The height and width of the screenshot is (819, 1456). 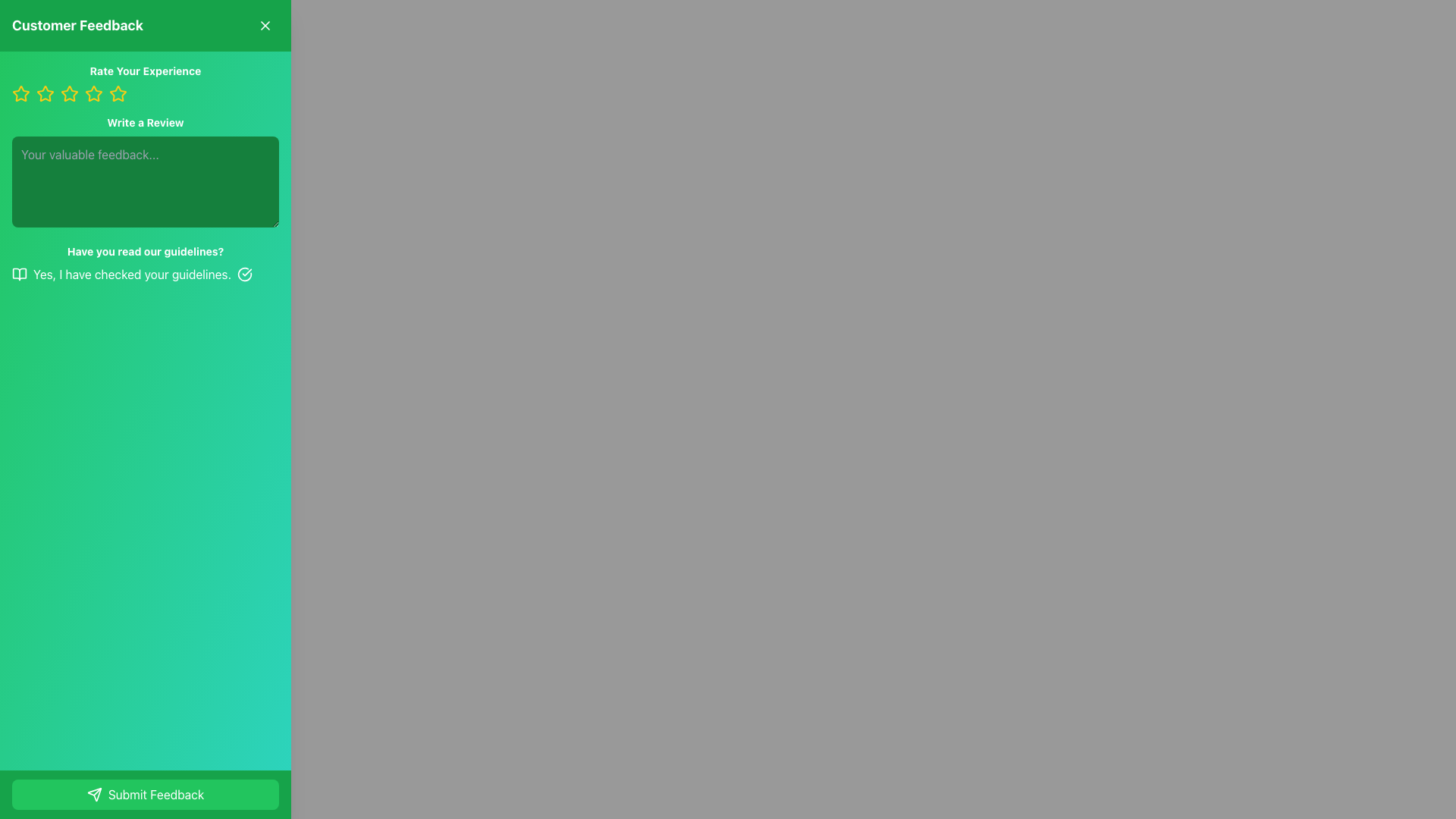 I want to click on the fifth star icon in the 'Rate Your Experience' section, so click(x=118, y=93).